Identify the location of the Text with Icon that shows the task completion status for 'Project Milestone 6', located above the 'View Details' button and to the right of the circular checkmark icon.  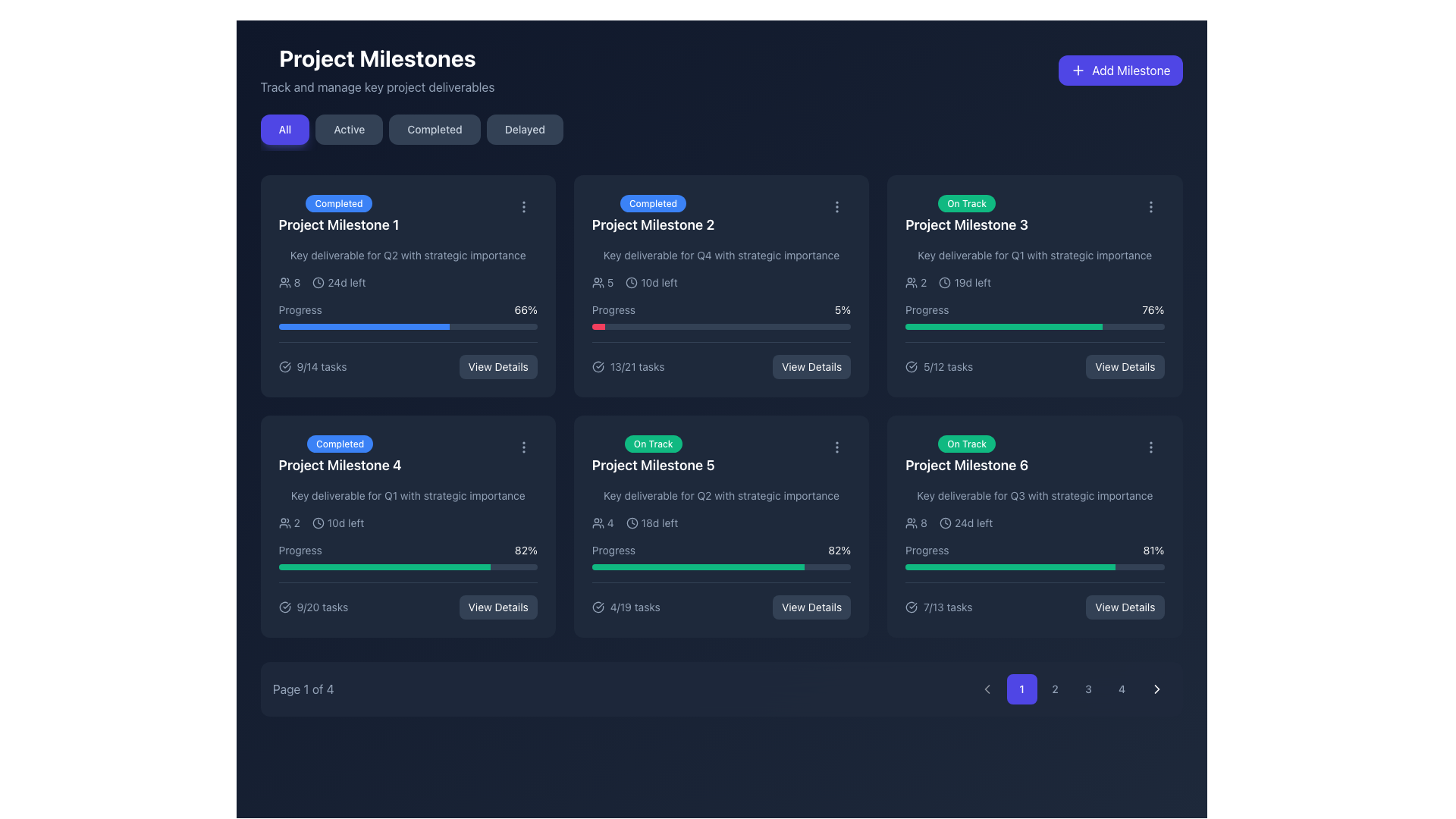
(938, 607).